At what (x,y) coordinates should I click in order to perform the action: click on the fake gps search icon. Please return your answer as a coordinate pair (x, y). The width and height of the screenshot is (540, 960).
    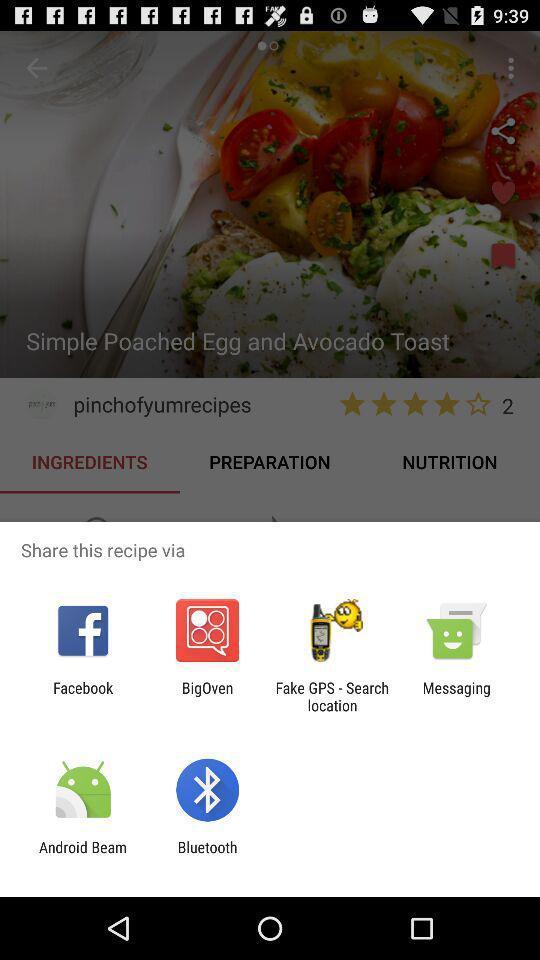
    Looking at the image, I should click on (332, 696).